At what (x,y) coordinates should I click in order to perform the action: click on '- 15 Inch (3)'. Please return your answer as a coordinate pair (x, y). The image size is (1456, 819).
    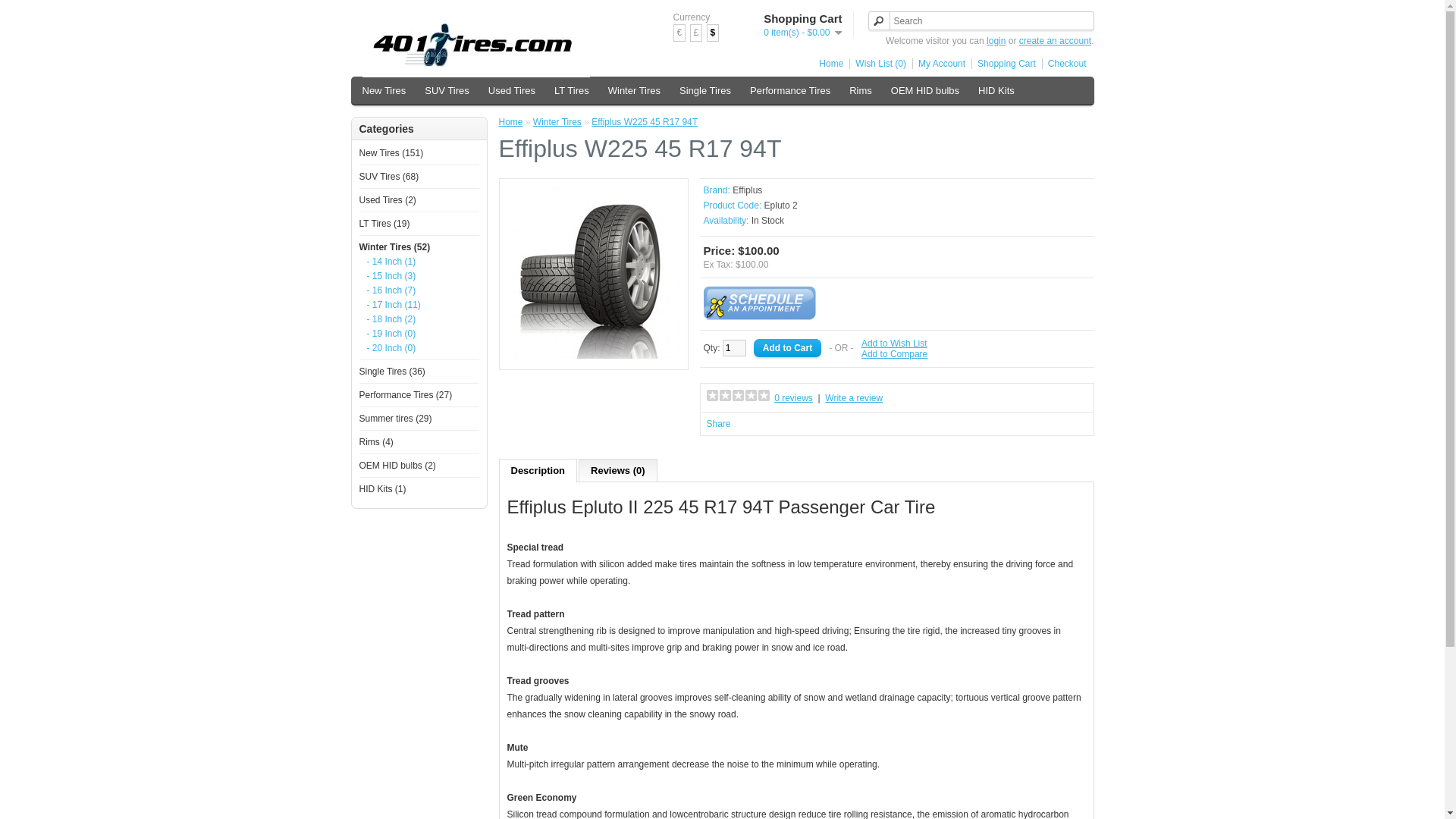
    Looking at the image, I should click on (418, 275).